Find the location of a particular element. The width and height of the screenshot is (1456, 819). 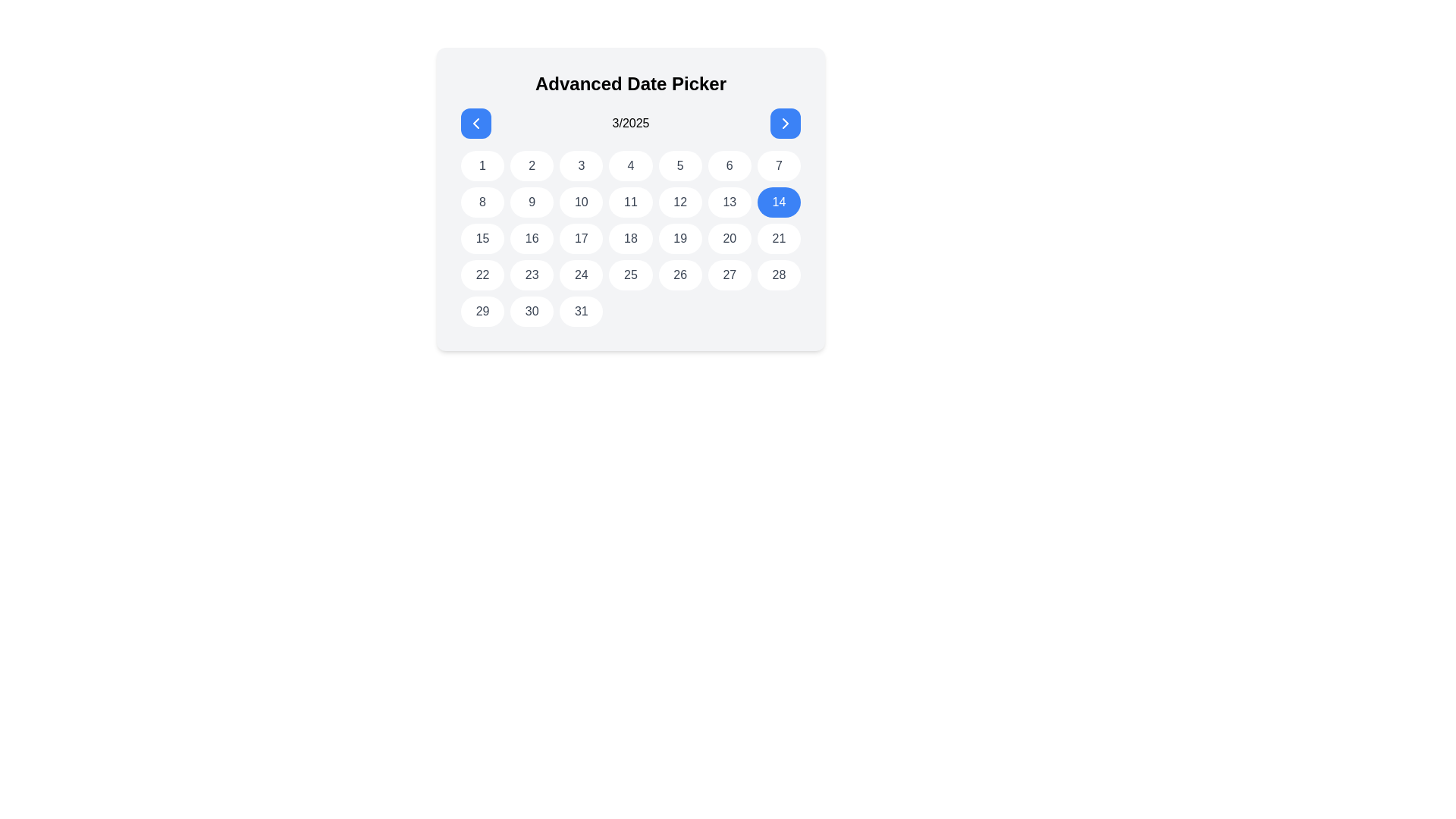

the interactive date selector button displaying '28' in the calendar grid is located at coordinates (779, 275).